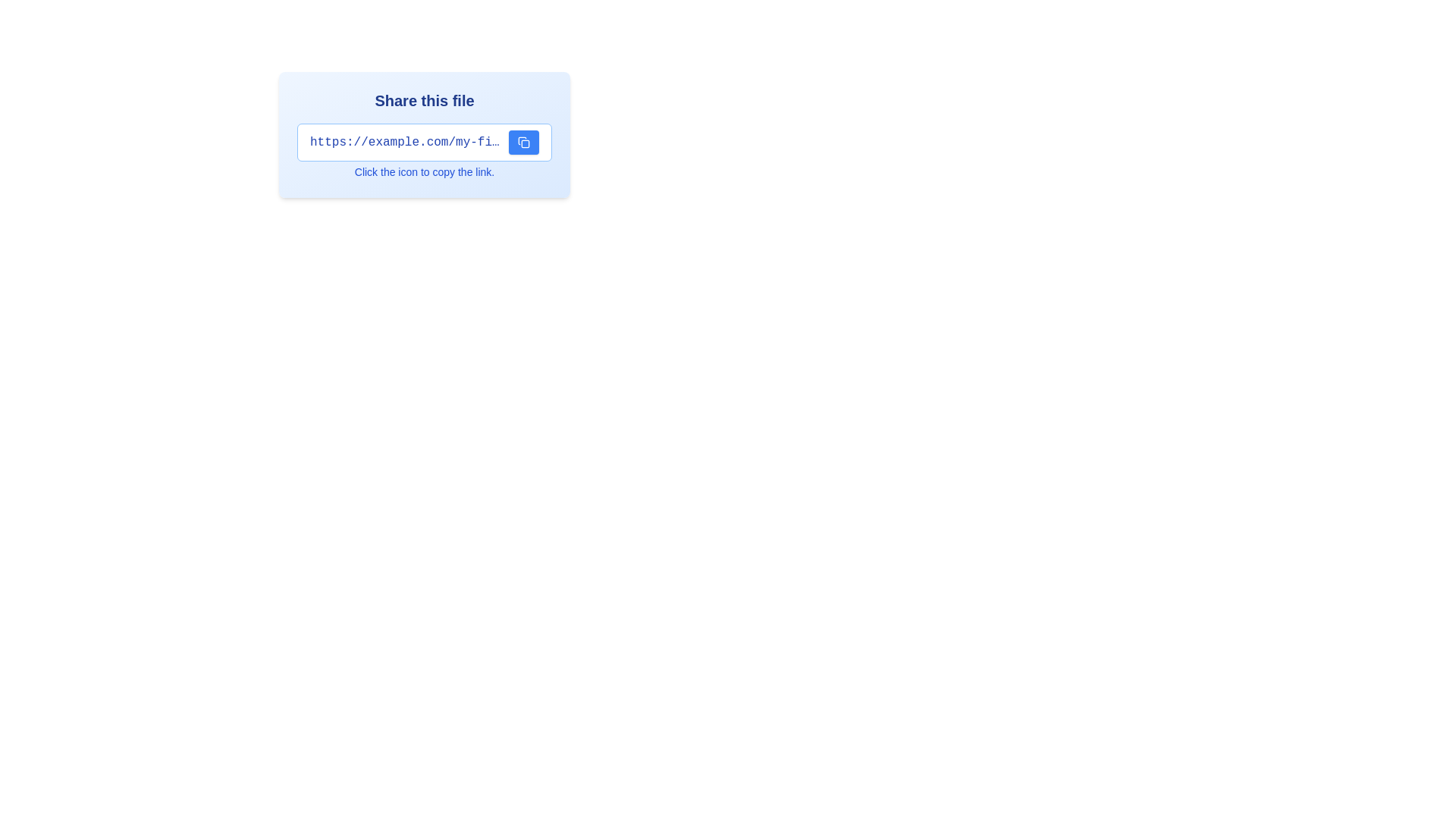  Describe the element at coordinates (524, 143) in the screenshot. I see `the small blue button with rounded corners and a document icon, located to the right of the text input field displaying a URL` at that location.